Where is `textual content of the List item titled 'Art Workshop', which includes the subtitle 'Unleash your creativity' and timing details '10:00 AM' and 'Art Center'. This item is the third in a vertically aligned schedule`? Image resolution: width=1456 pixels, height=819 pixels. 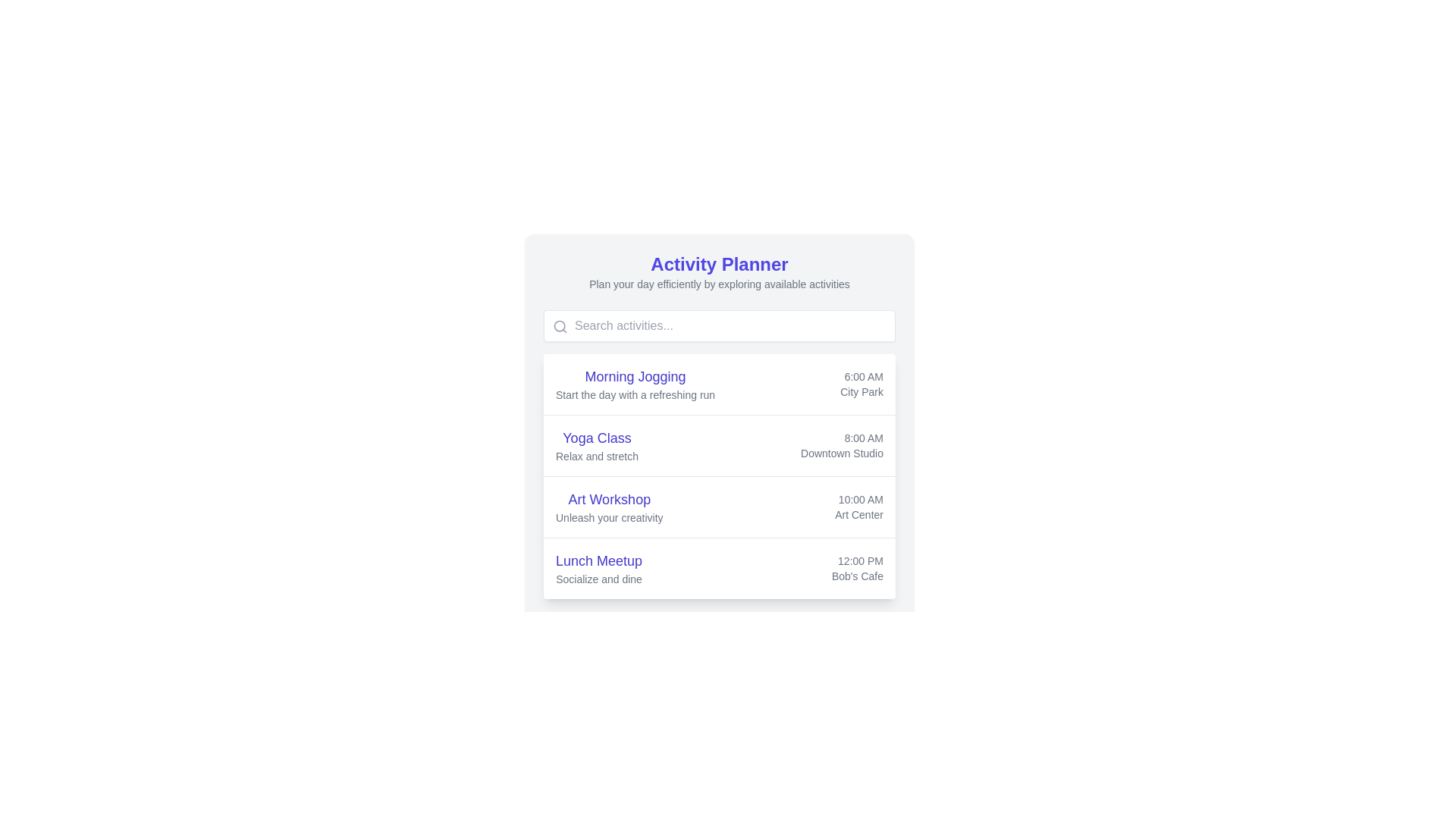 textual content of the List item titled 'Art Workshop', which includes the subtitle 'Unleash your creativity' and timing details '10:00 AM' and 'Art Center'. This item is the third in a vertically aligned schedule is located at coordinates (719, 507).